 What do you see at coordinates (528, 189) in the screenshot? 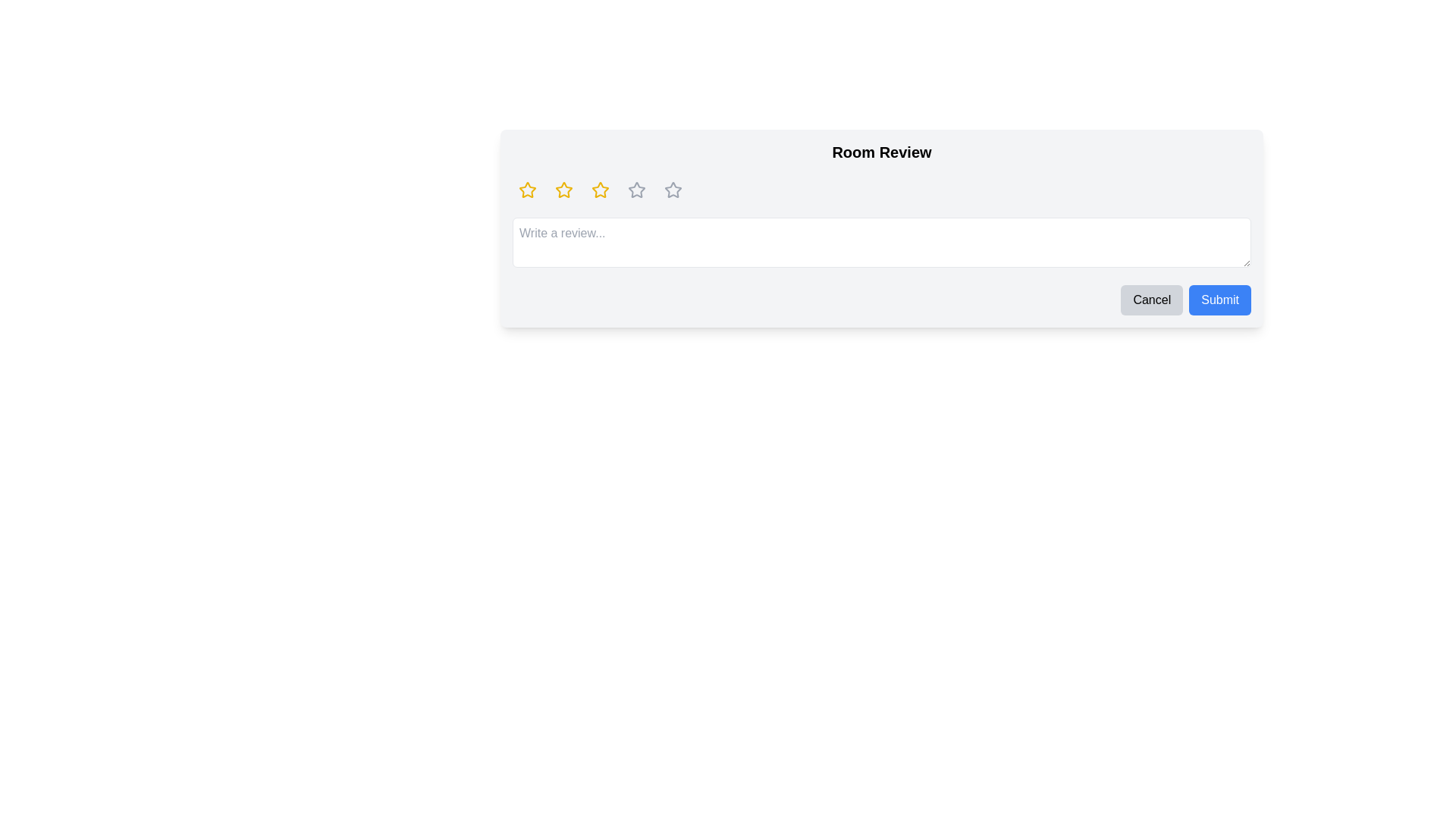
I see `the first star-shaped rating icon in the horizontal row` at bounding box center [528, 189].